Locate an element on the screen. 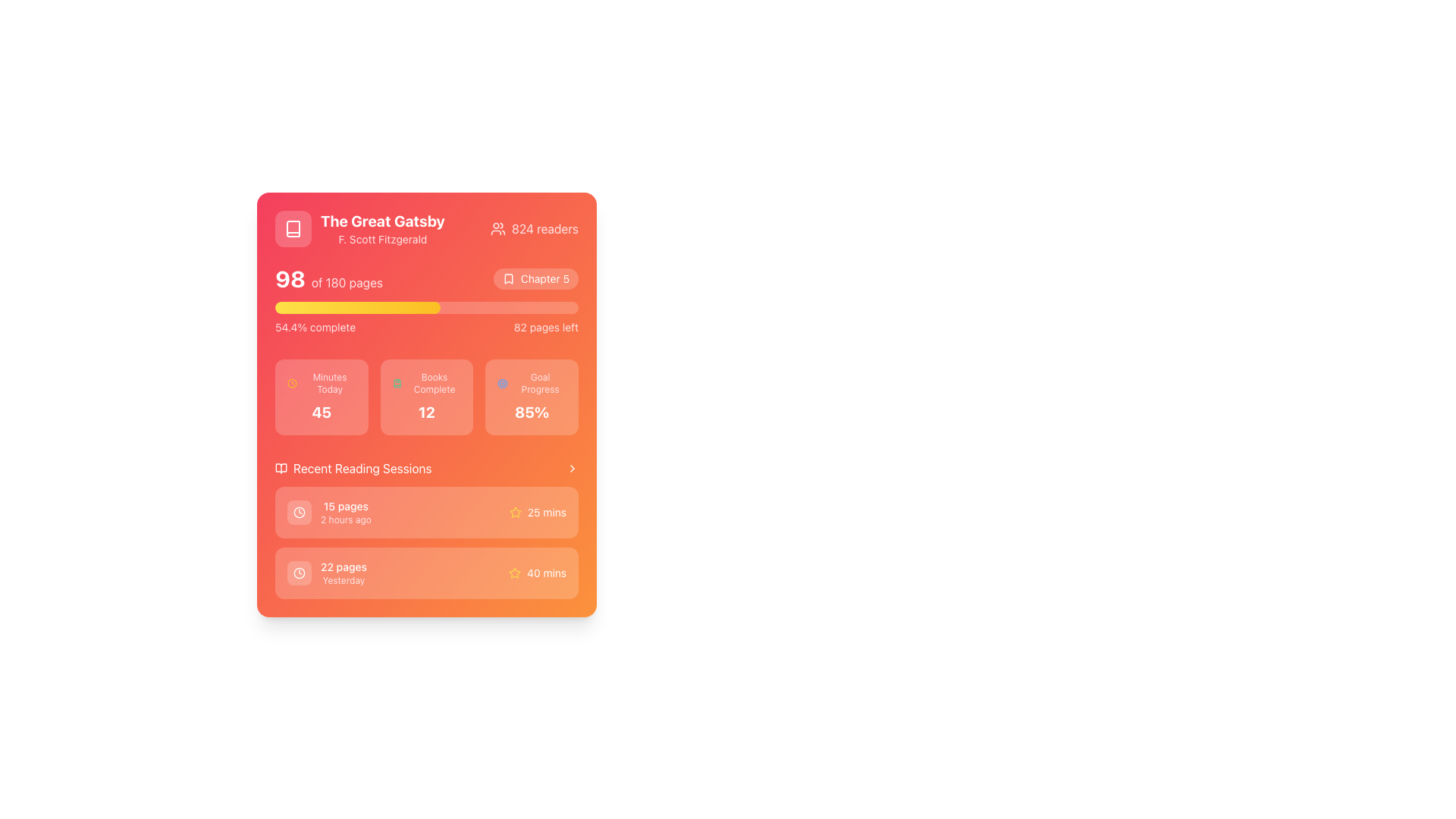 The height and width of the screenshot is (819, 1456). the SVG icon of a book located at the top-left corner of the card interface, near the text 'The Great Gatsby' is located at coordinates (293, 228).